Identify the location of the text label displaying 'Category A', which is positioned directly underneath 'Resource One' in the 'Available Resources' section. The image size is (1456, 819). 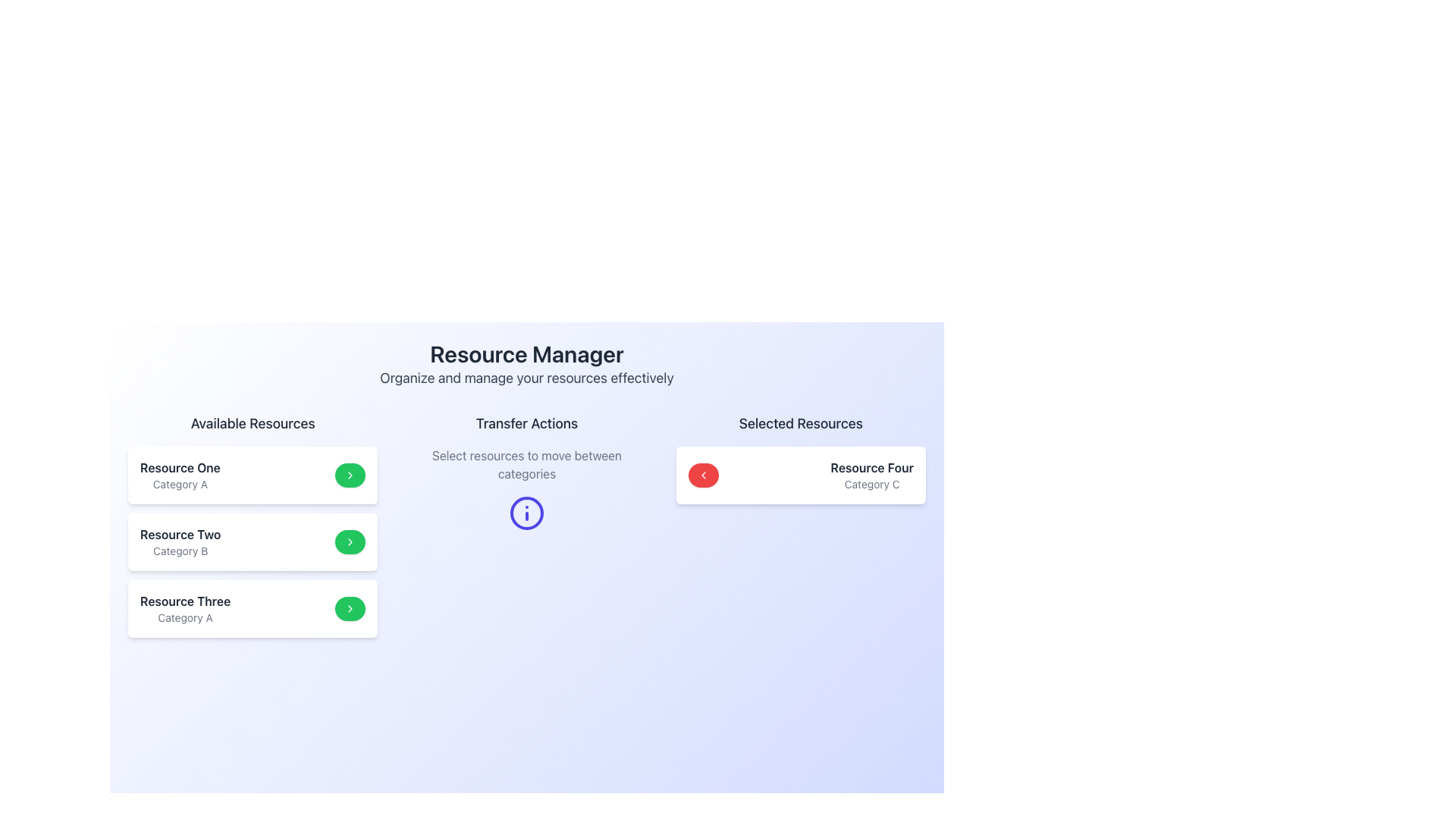
(180, 485).